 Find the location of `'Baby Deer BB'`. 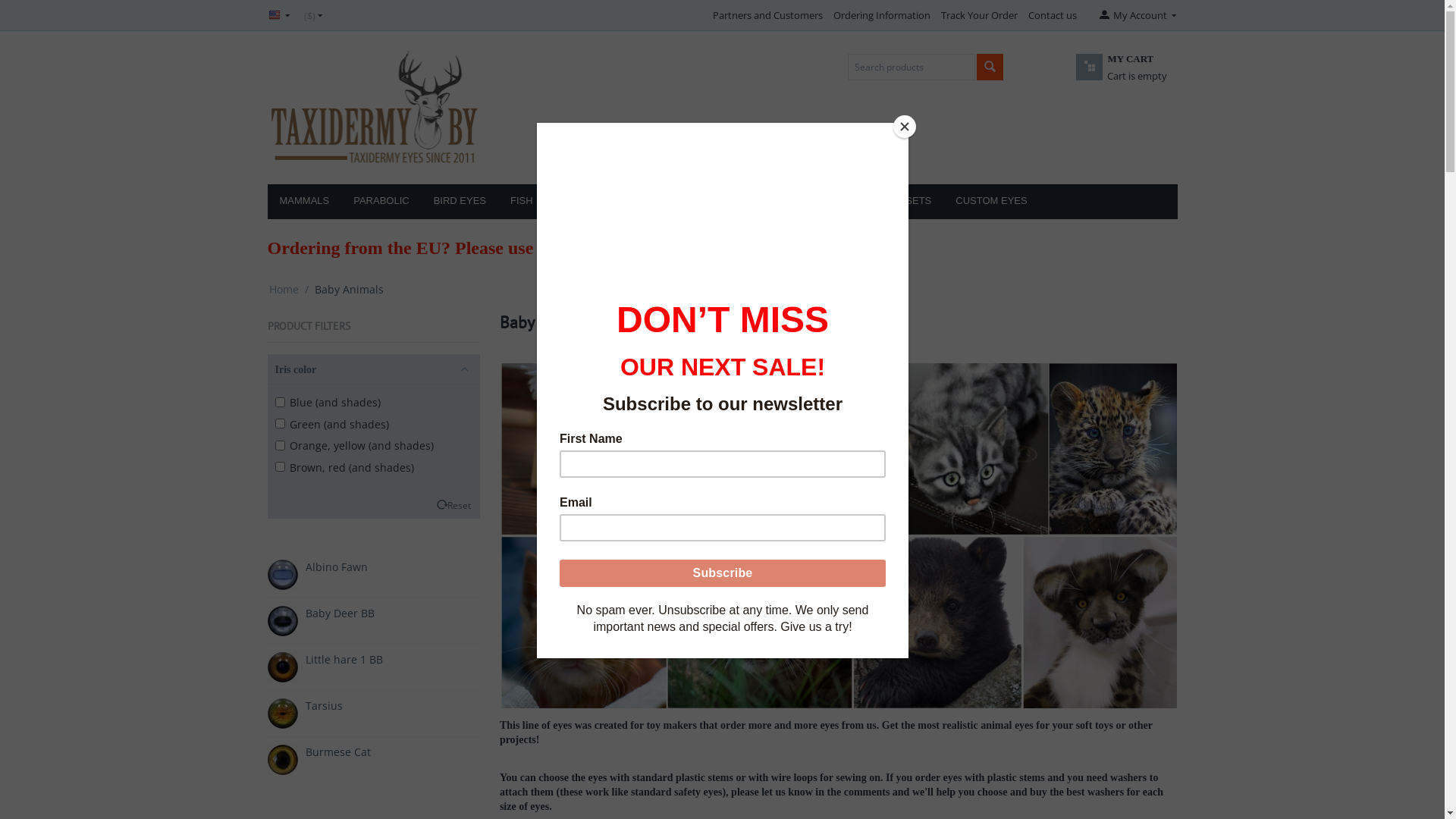

'Baby Deer BB' is located at coordinates (338, 612).